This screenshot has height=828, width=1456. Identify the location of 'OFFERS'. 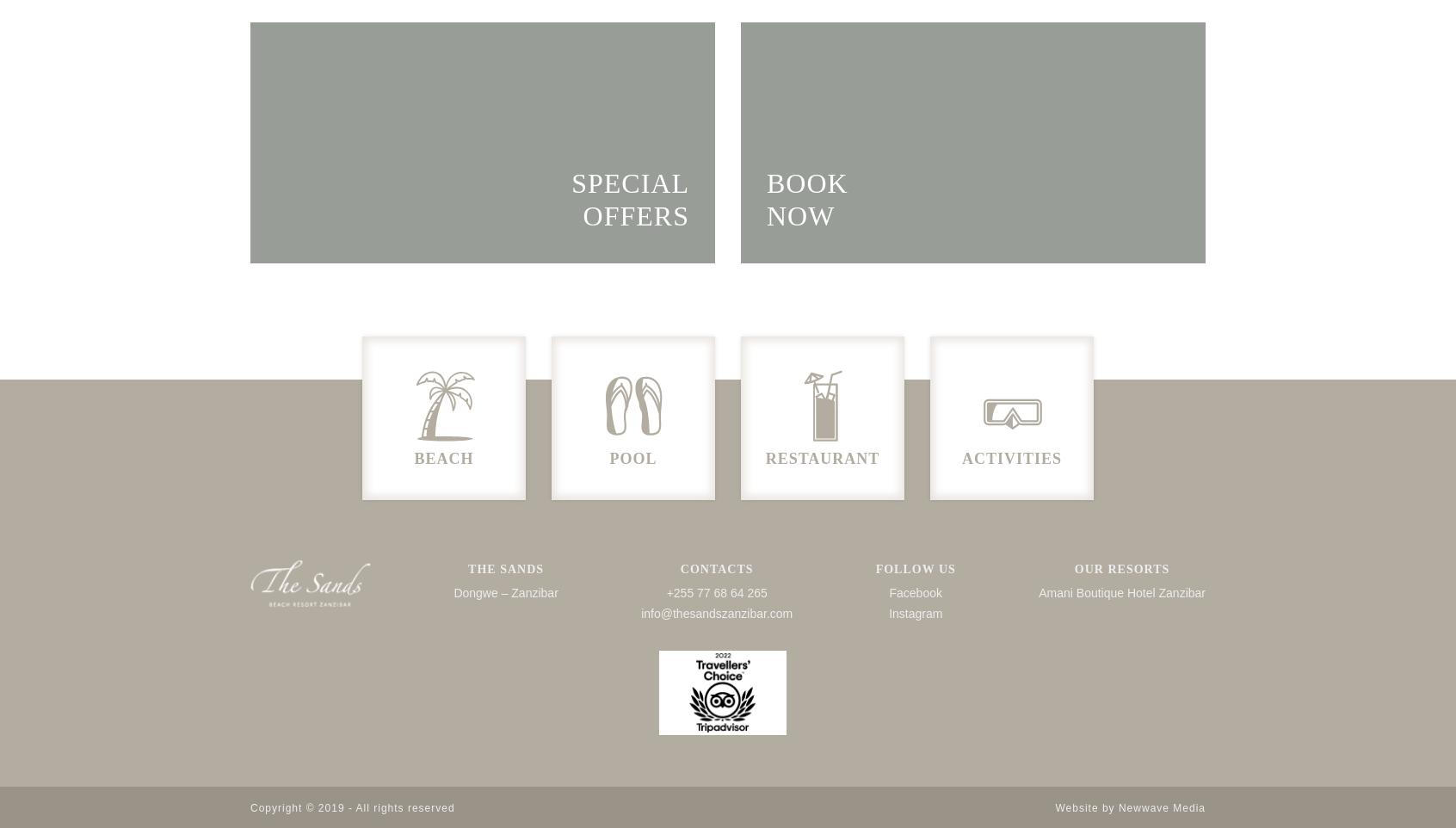
(635, 215).